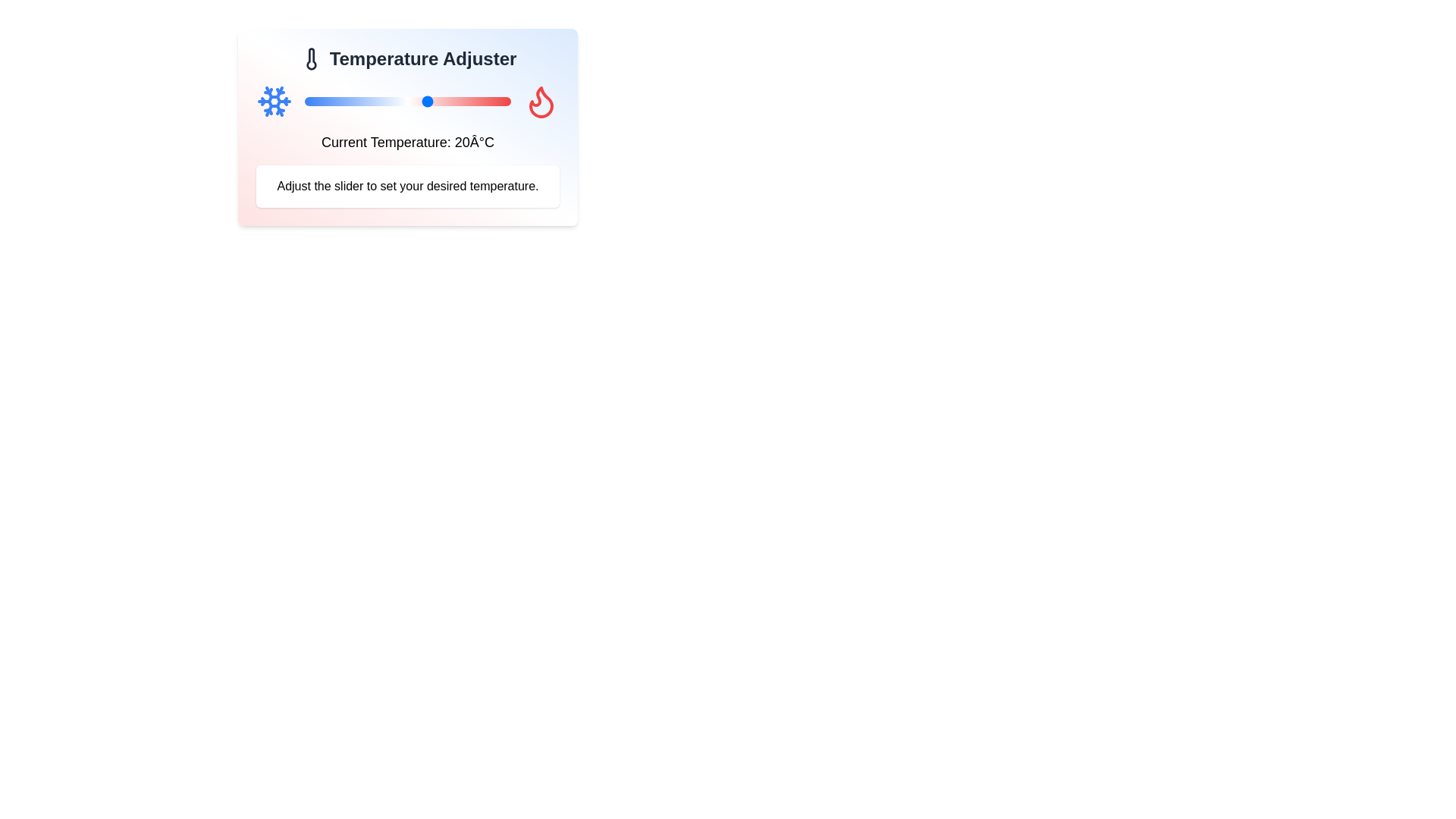 The image size is (1456, 819). What do you see at coordinates (341, 102) in the screenshot?
I see `the slider to set the temperature to -1°C` at bounding box center [341, 102].